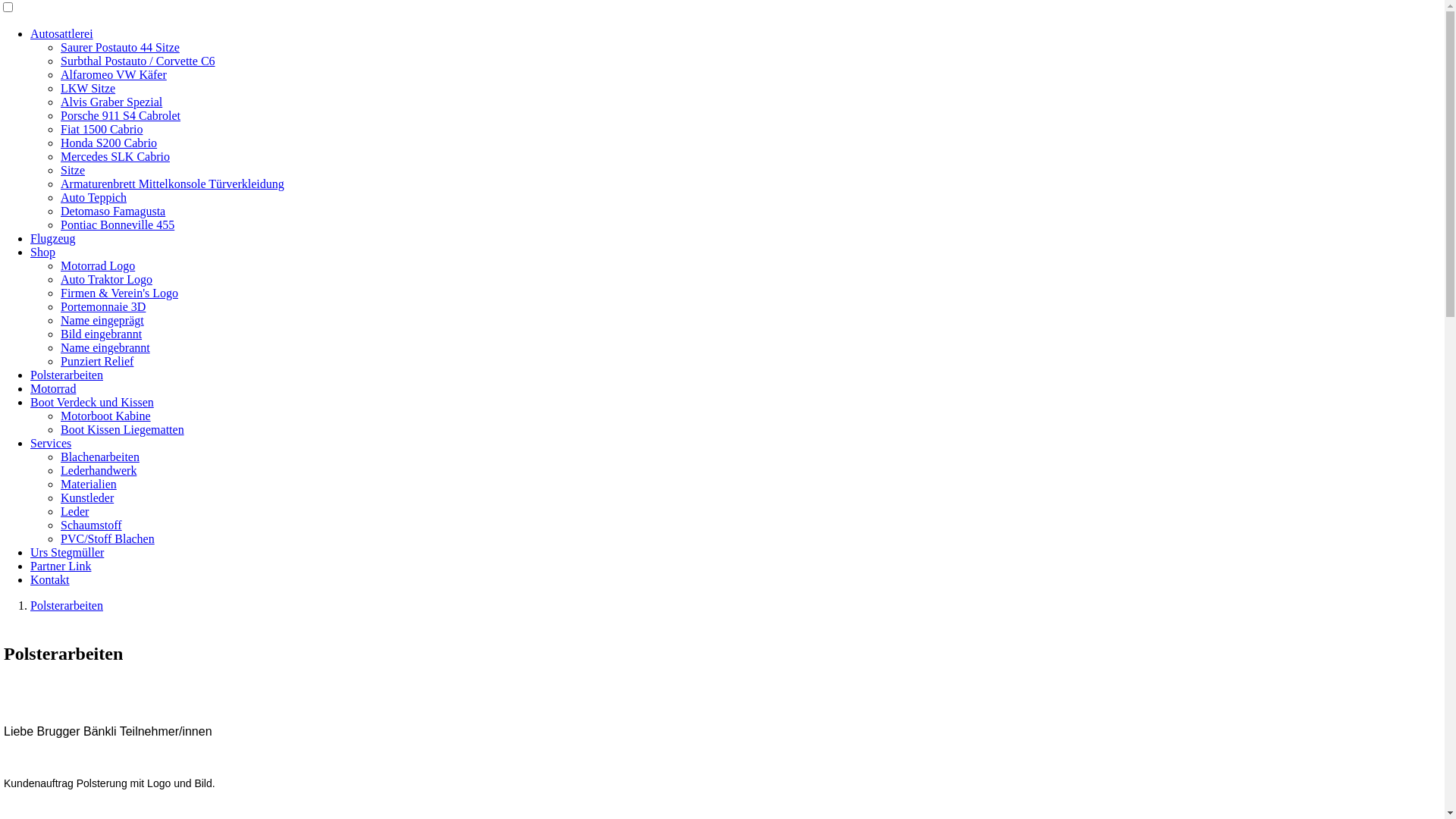 This screenshot has width=1456, height=819. What do you see at coordinates (105, 416) in the screenshot?
I see `'Motorboot Kabine'` at bounding box center [105, 416].